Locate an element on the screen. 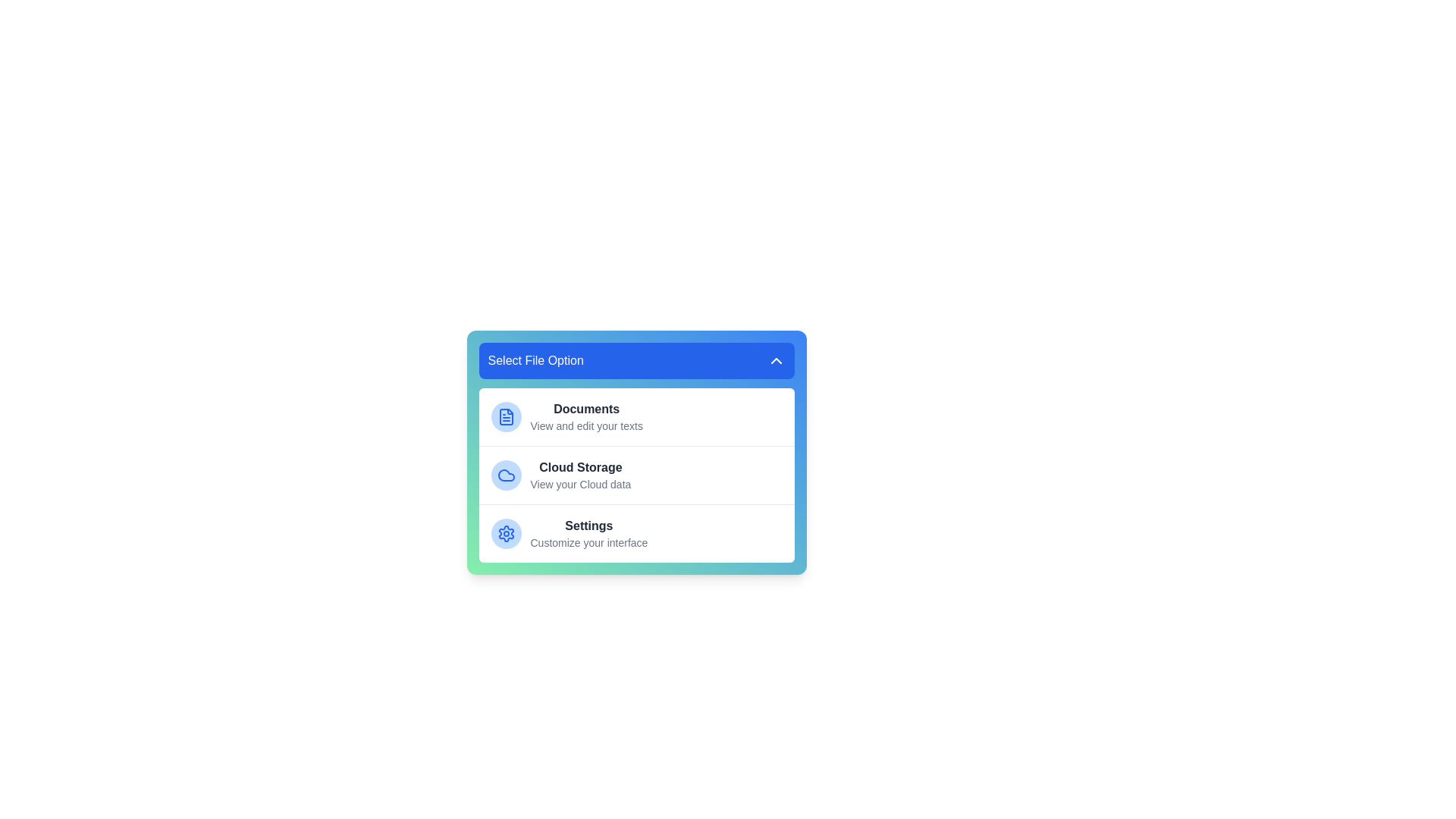  the 'Documents' label located at the top of the menu card under 'Select File Option', which serves as a header for the section is located at coordinates (585, 409).